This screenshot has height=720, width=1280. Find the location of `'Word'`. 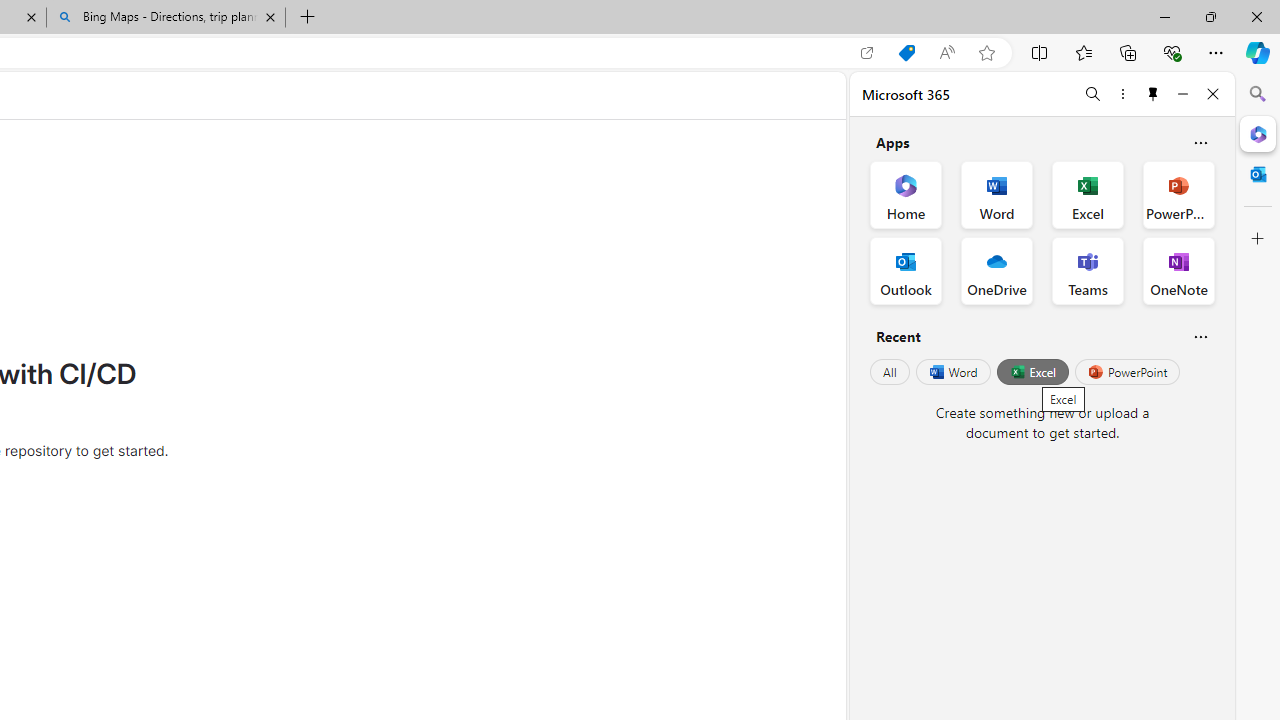

'Word' is located at coordinates (951, 372).